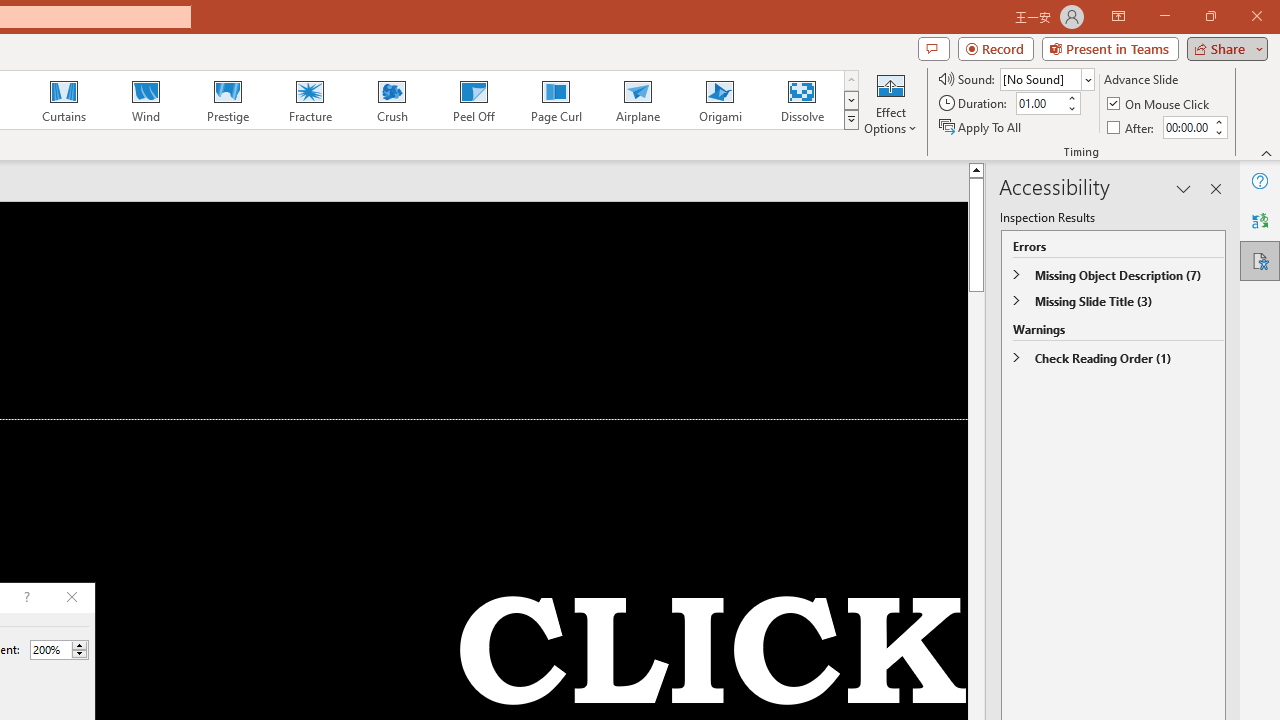  What do you see at coordinates (391, 100) in the screenshot?
I see `'Crush'` at bounding box center [391, 100].